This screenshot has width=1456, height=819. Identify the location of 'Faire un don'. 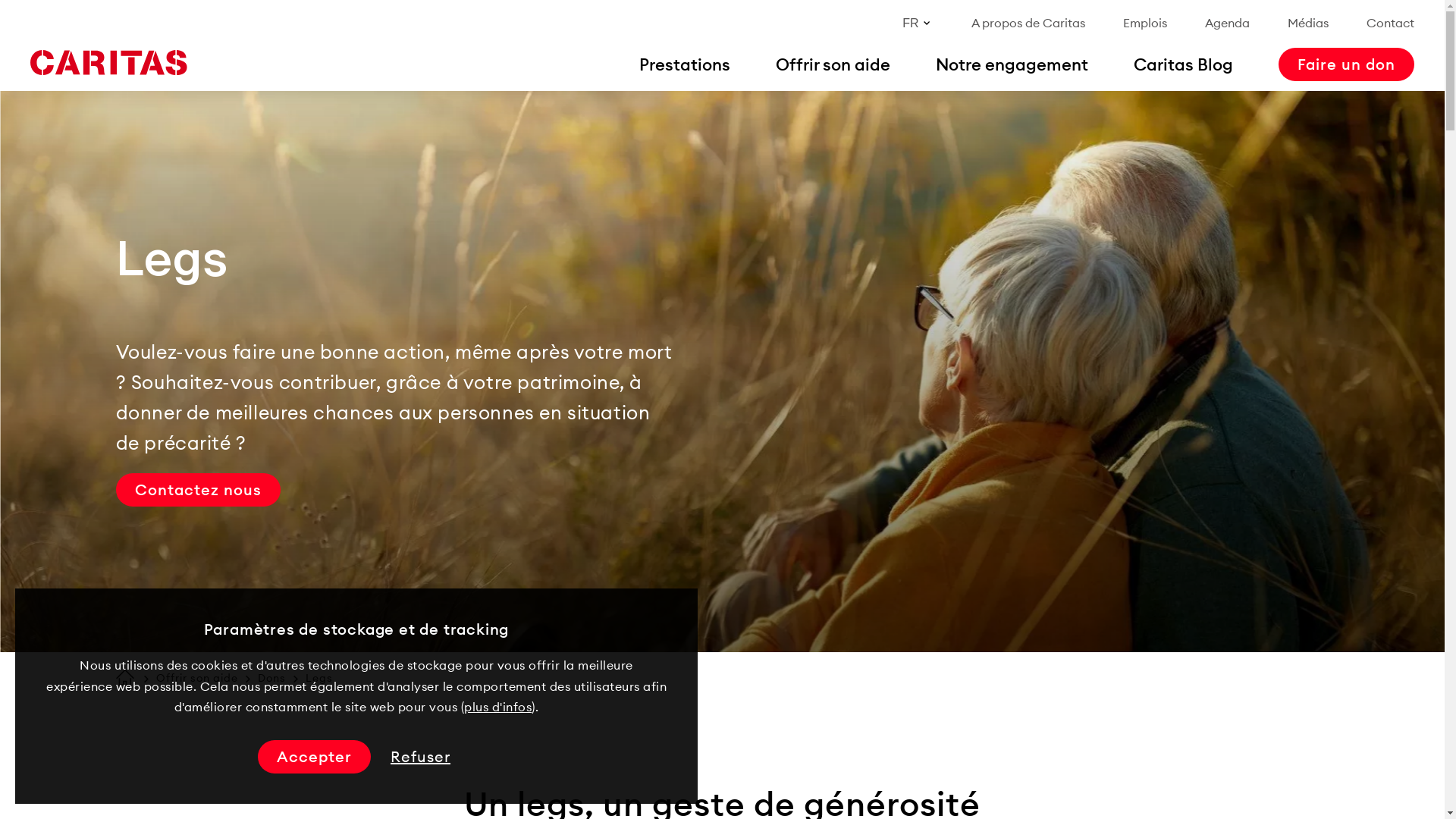
(1277, 63).